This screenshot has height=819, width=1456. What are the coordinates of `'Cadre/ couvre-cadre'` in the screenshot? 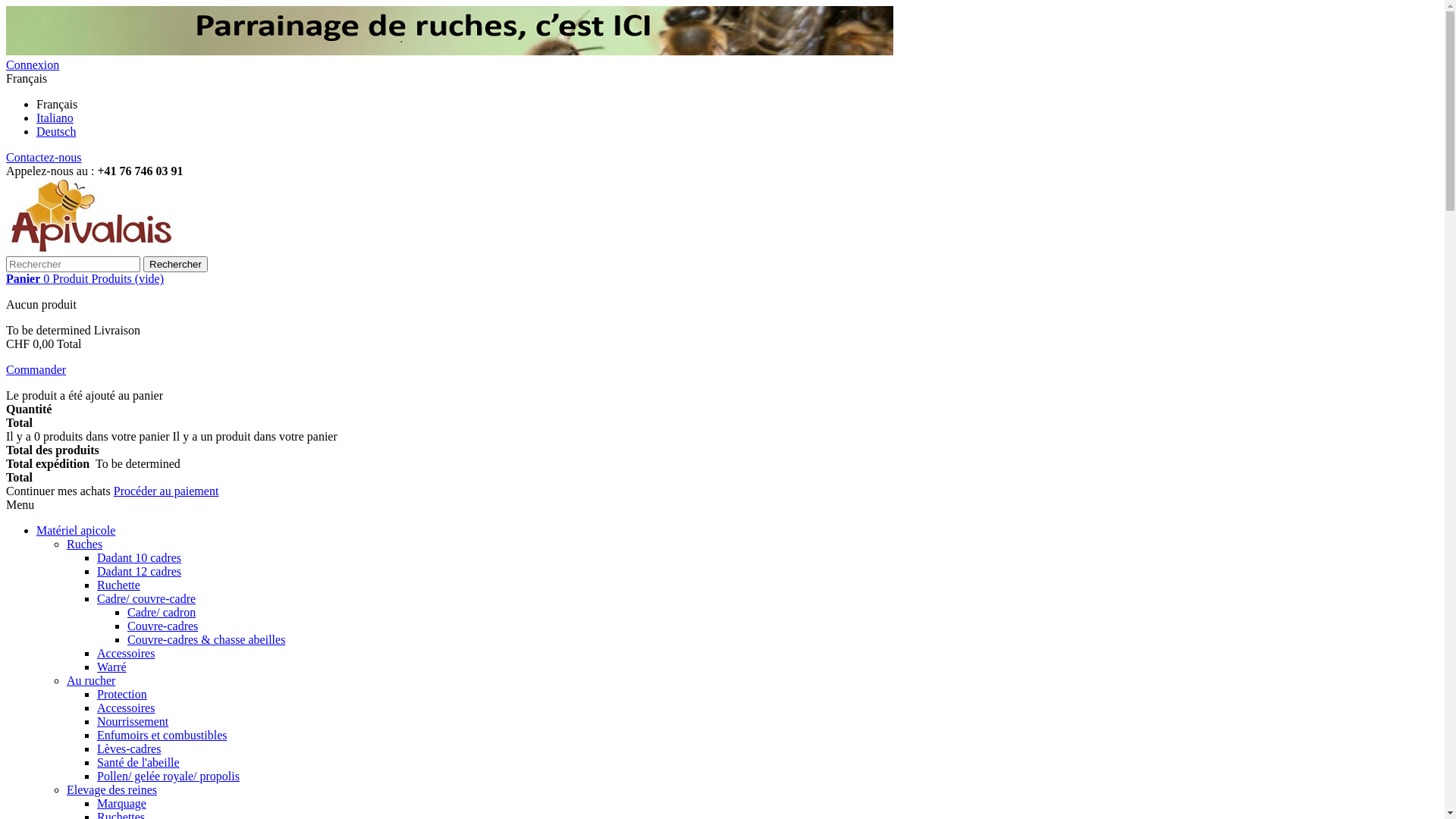 It's located at (96, 598).